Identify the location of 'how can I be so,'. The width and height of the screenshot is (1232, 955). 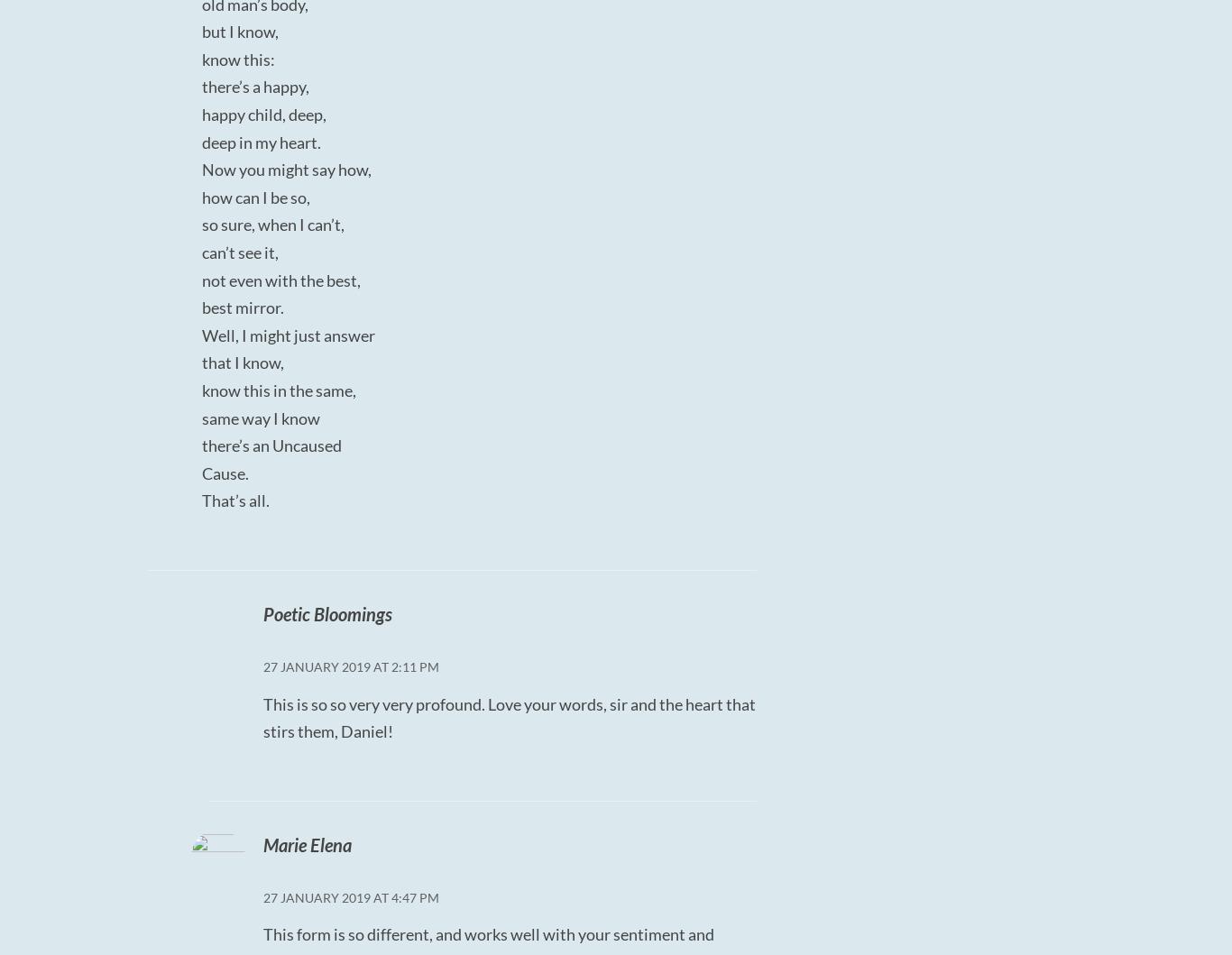
(255, 197).